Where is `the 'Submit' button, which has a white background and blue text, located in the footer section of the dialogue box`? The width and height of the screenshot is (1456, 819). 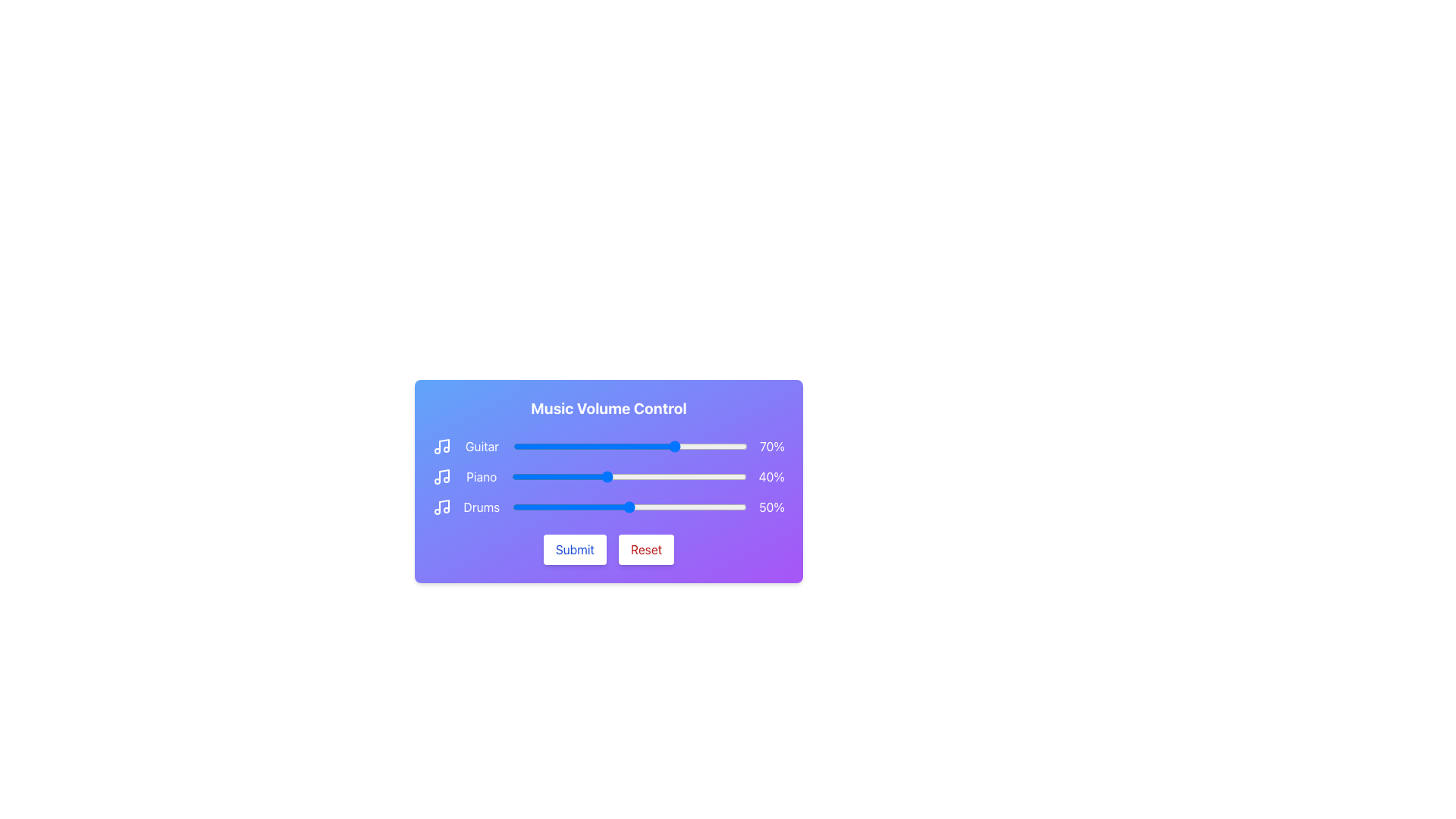
the 'Submit' button, which has a white background and blue text, located in the footer section of the dialogue box is located at coordinates (574, 550).